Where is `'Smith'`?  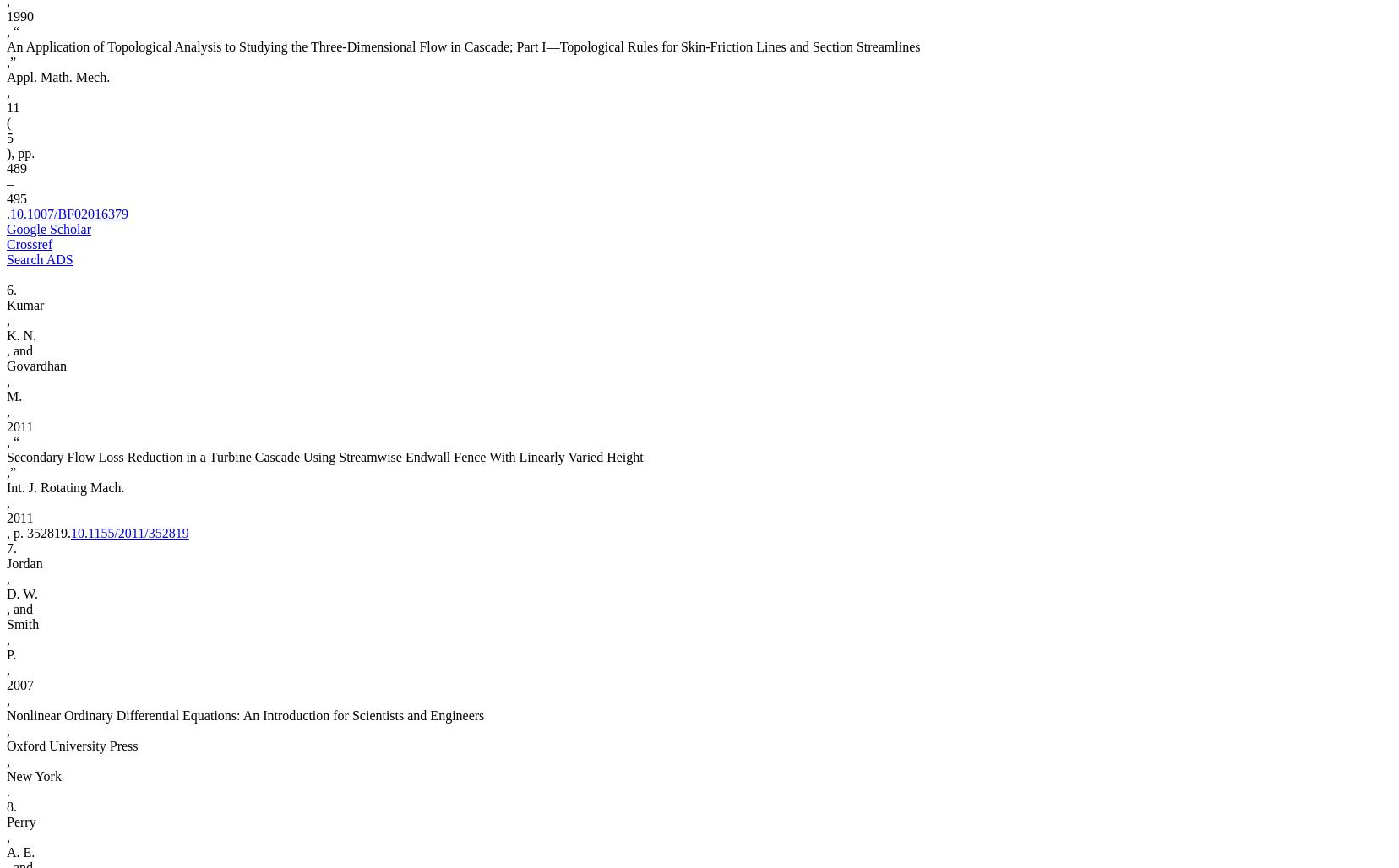
'Smith' is located at coordinates (21, 623).